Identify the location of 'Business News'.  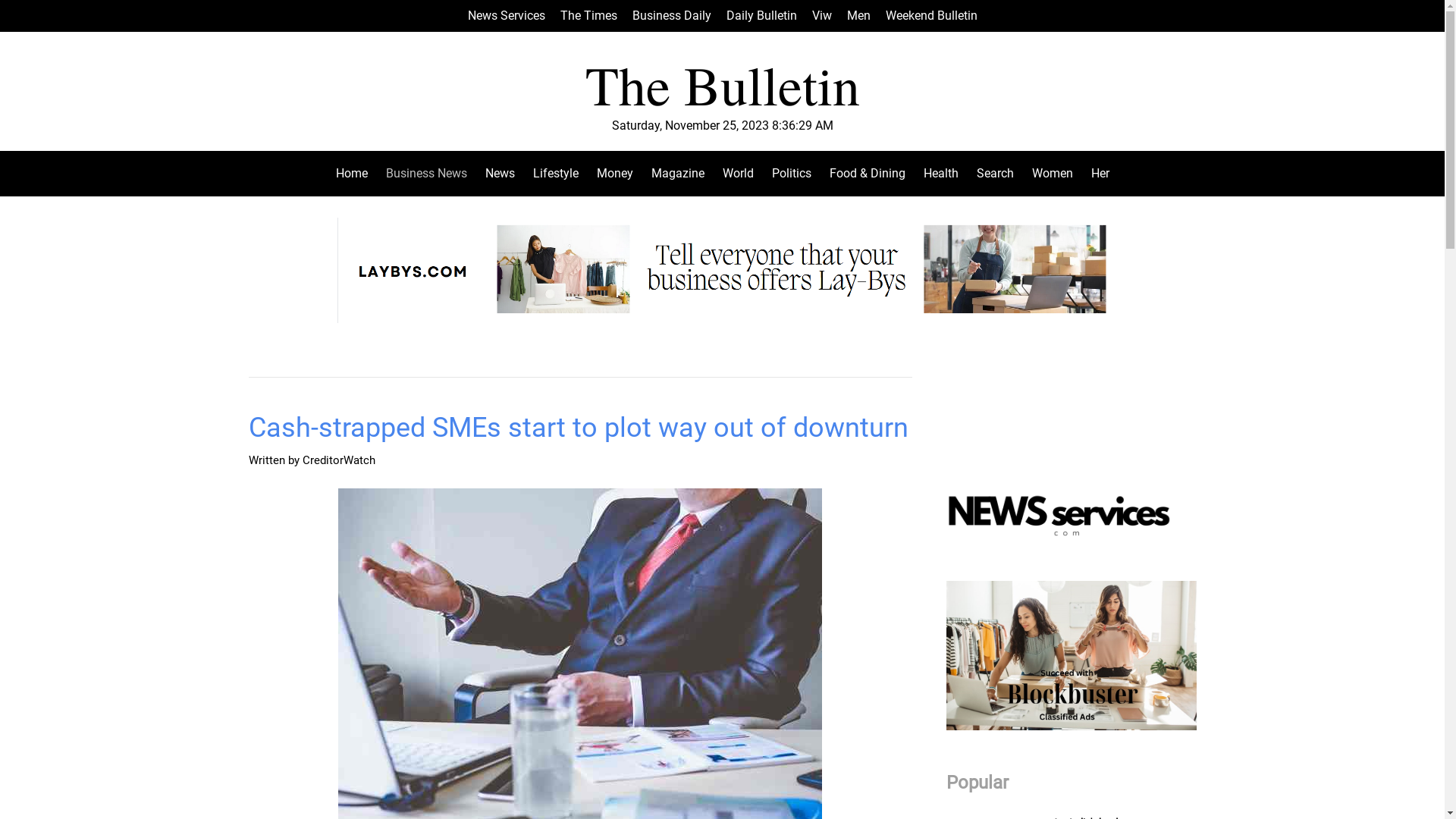
(375, 172).